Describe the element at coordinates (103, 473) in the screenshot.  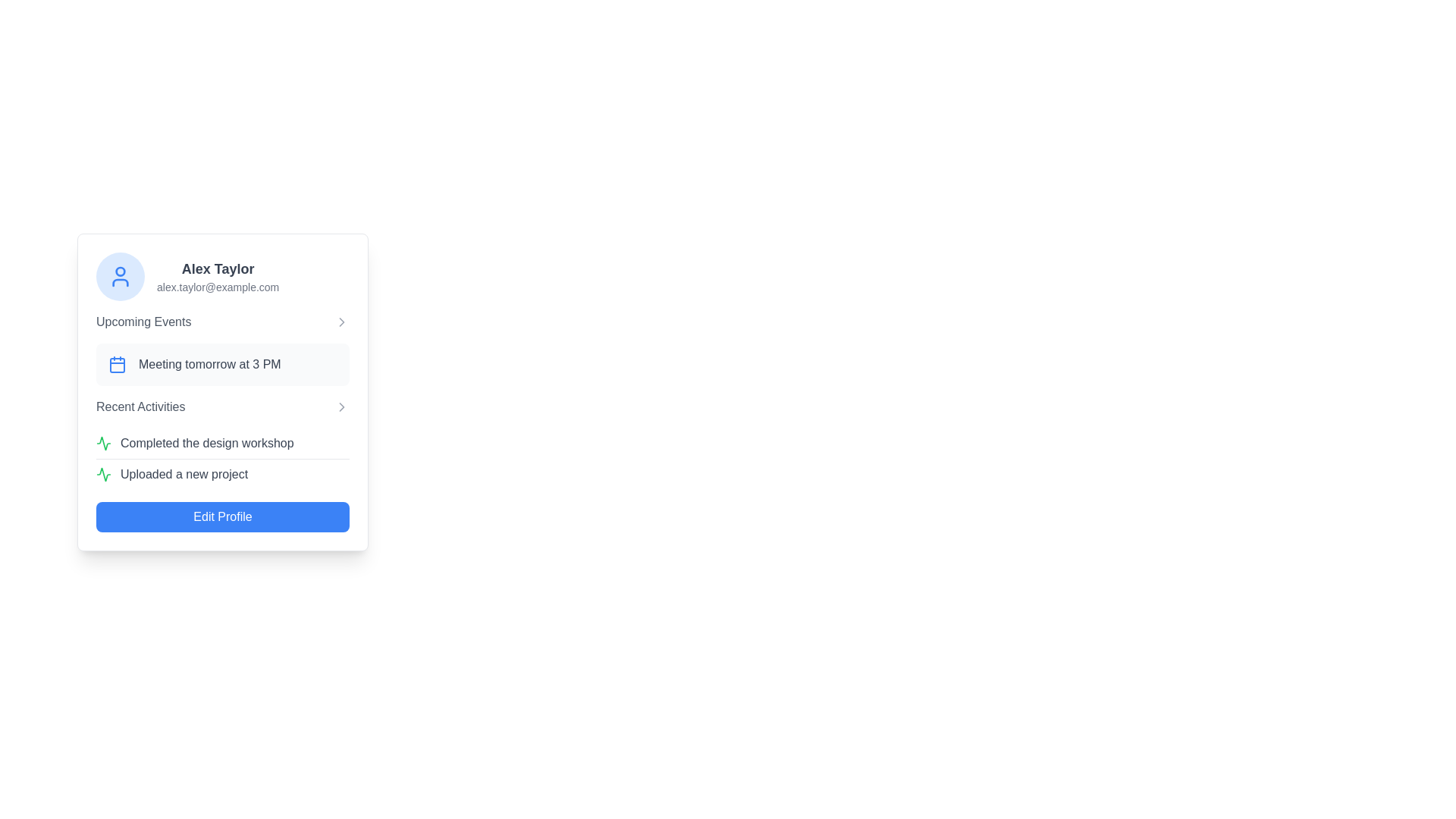
I see `the vivid green waveform icon located in the 'Recent Activities' section, preceding the text 'Completed the design workshop.'` at that location.